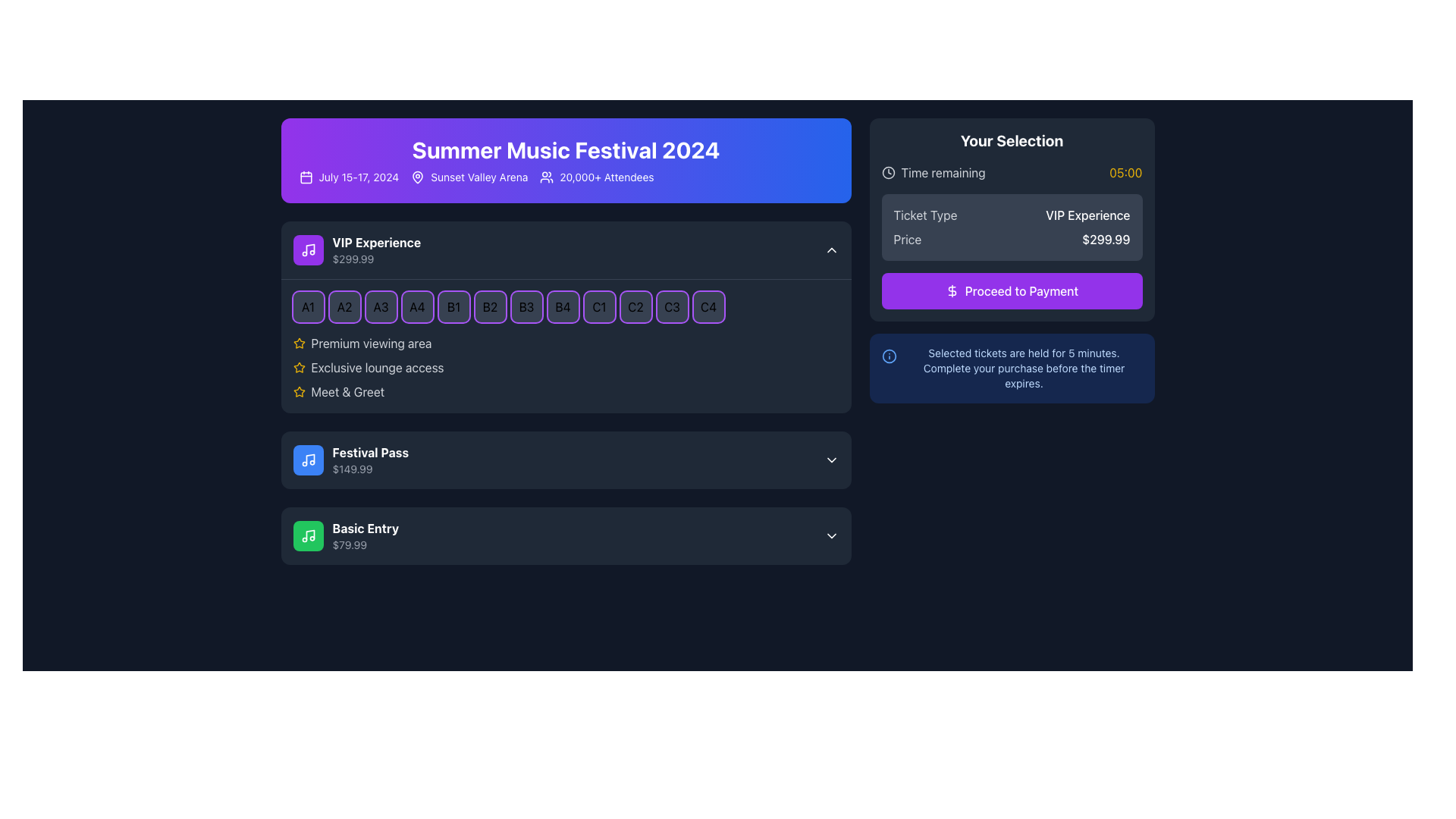 Image resolution: width=1456 pixels, height=819 pixels. I want to click on the SVG-based icon with a circular outline representing time, located in the 'Your Selection' summary panel preceding the 'Time Remaining' label, so click(888, 171).